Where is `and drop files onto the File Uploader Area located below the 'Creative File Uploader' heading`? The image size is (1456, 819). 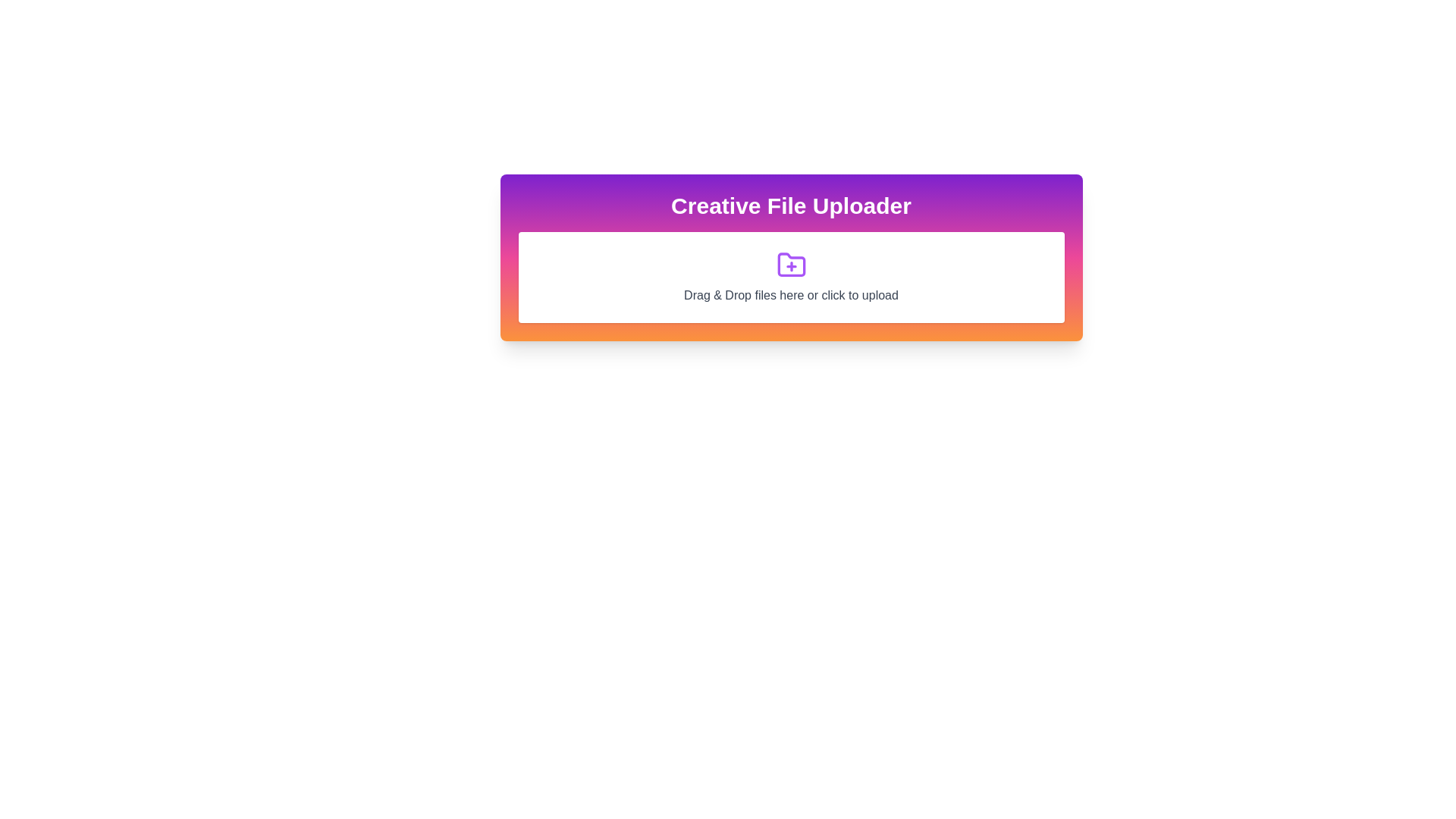
and drop files onto the File Uploader Area located below the 'Creative File Uploader' heading is located at coordinates (790, 278).